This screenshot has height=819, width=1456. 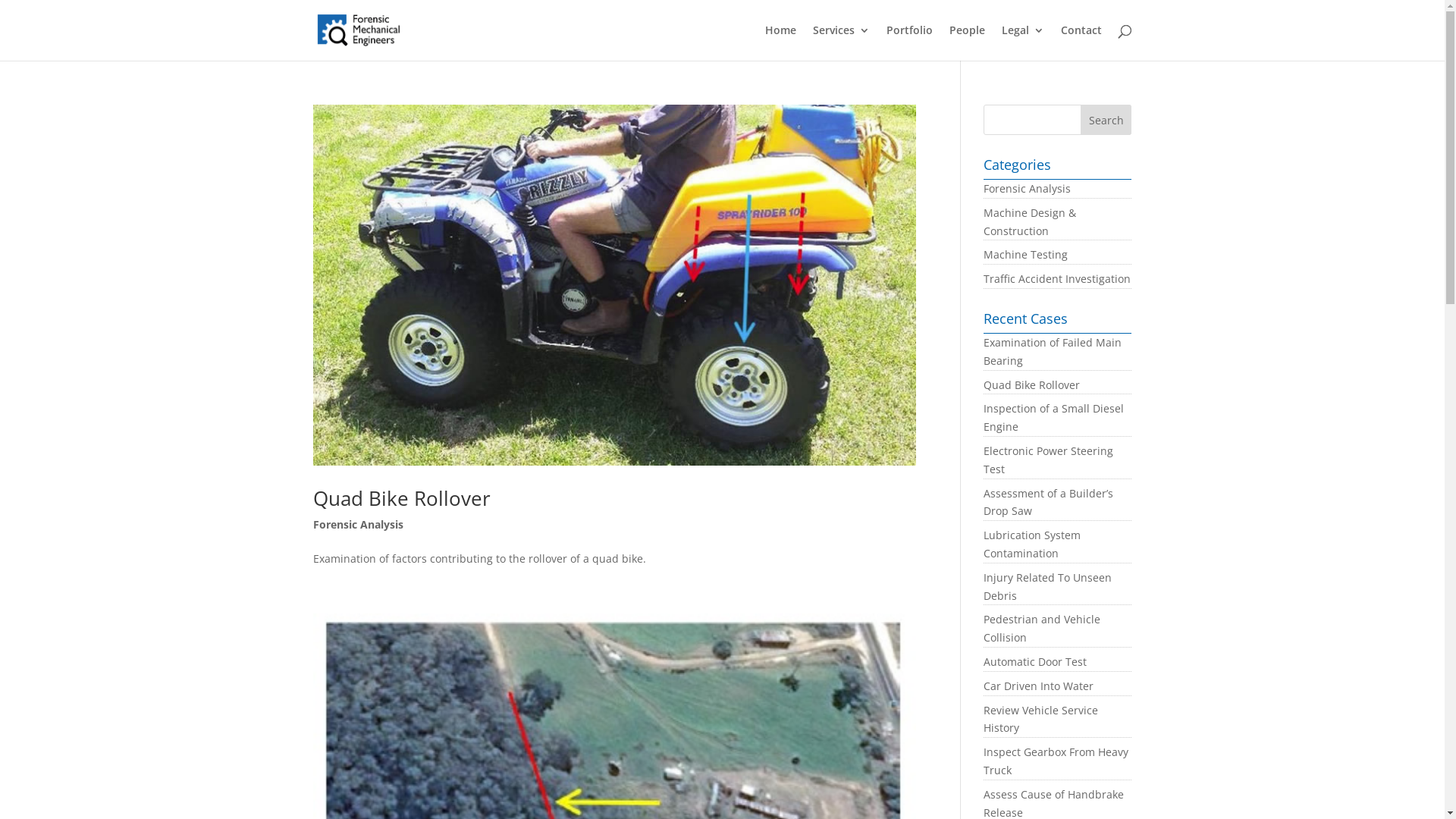 What do you see at coordinates (1031, 384) in the screenshot?
I see `'Quad Bike Rollover'` at bounding box center [1031, 384].